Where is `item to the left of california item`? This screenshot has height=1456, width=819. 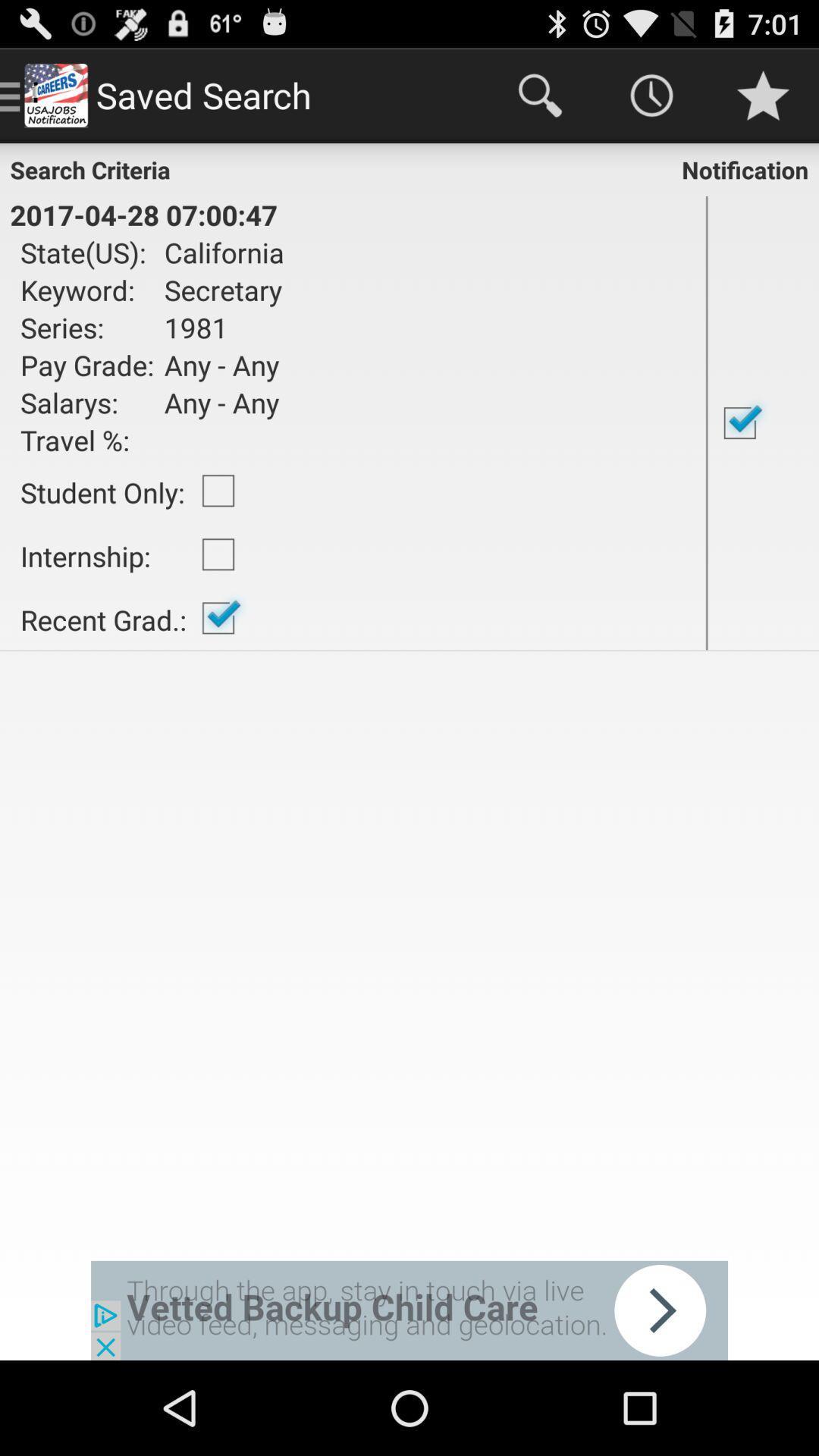 item to the left of california item is located at coordinates (87, 290).